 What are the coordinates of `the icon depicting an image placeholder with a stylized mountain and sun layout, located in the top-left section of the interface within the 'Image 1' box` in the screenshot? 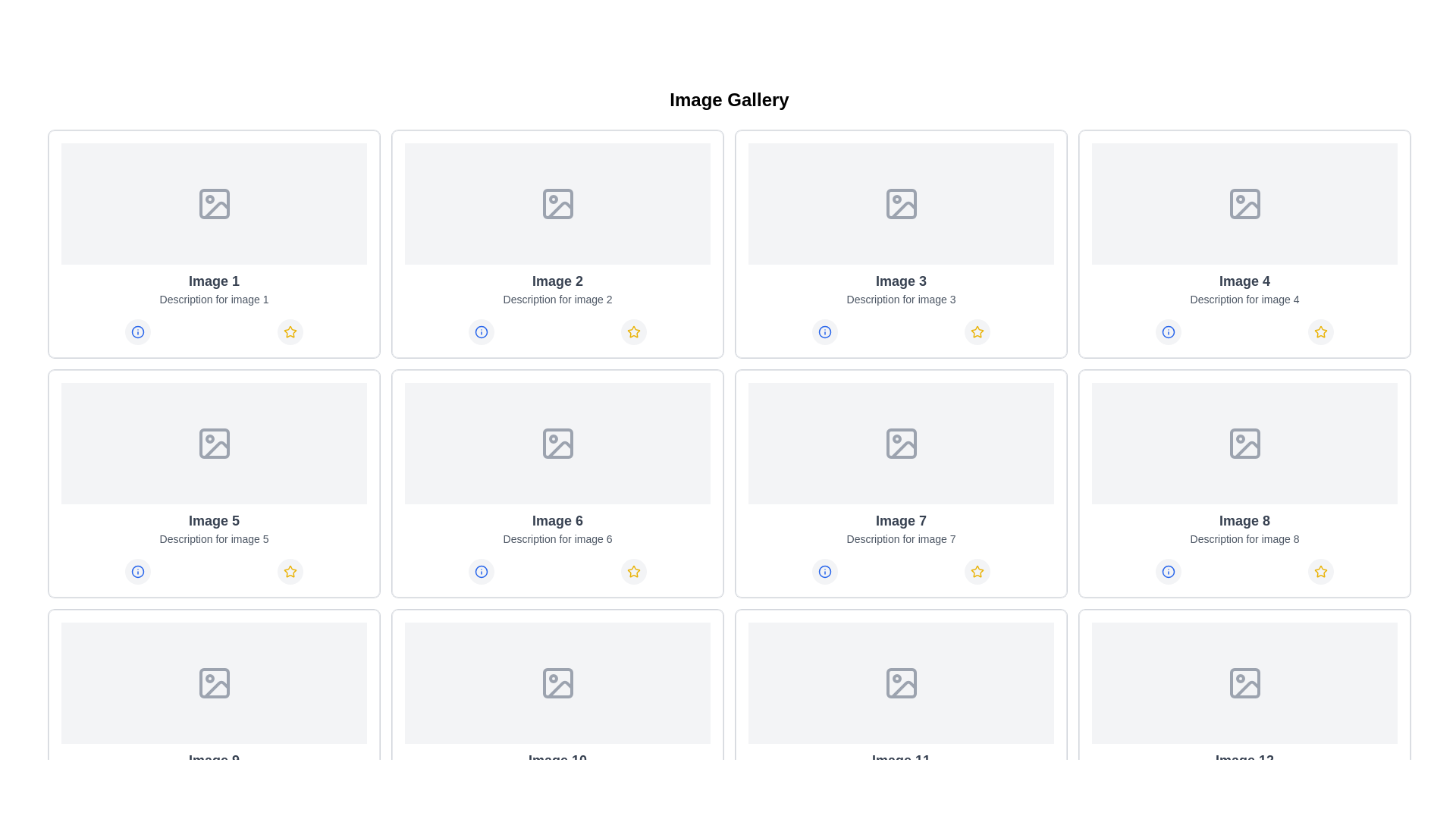 It's located at (213, 203).